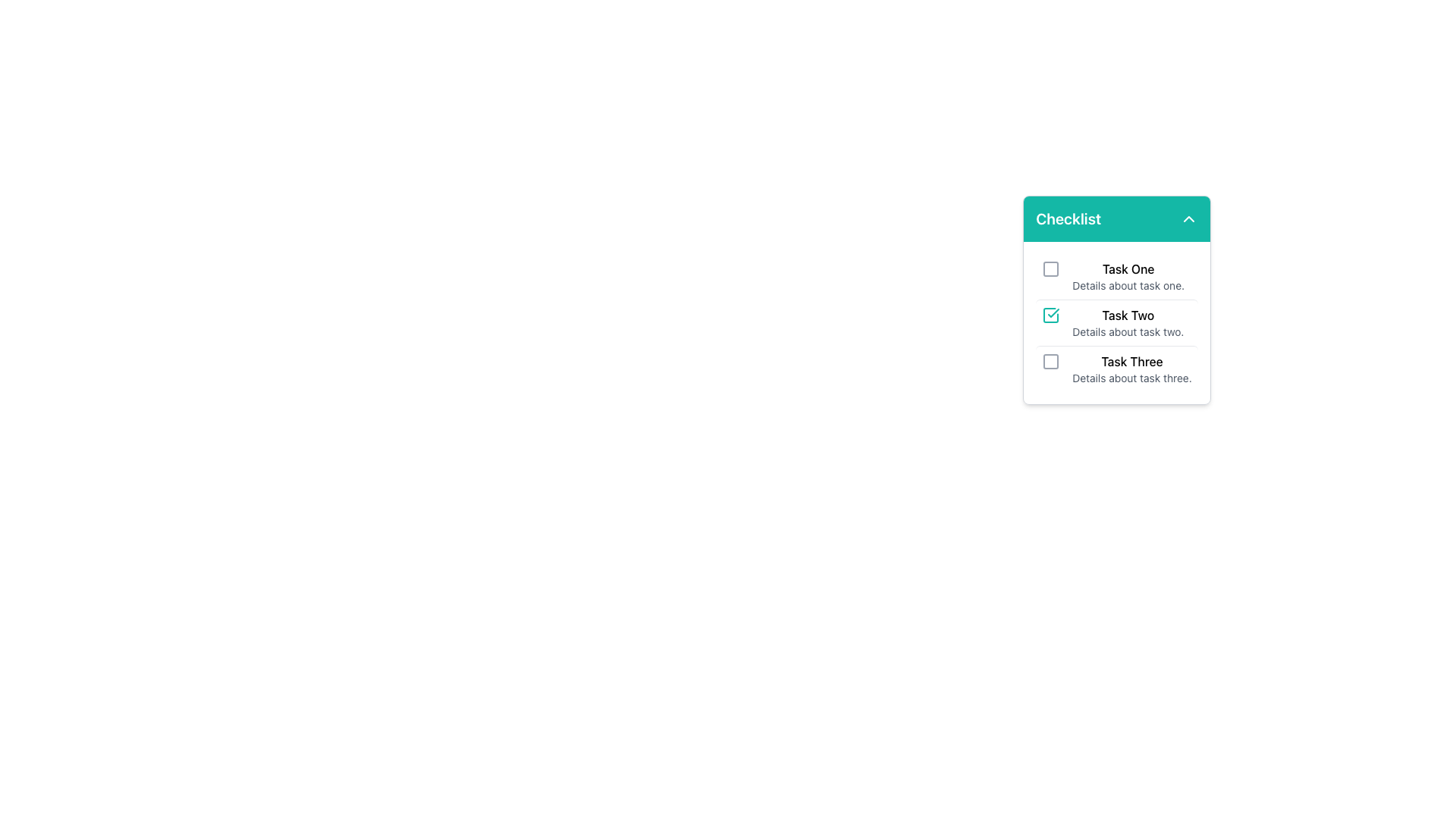 The height and width of the screenshot is (819, 1456). What do you see at coordinates (1128, 322) in the screenshot?
I see `the second list item in the checklist titled 'Task Two' which has a bold title and smaller descriptive text below it` at bounding box center [1128, 322].